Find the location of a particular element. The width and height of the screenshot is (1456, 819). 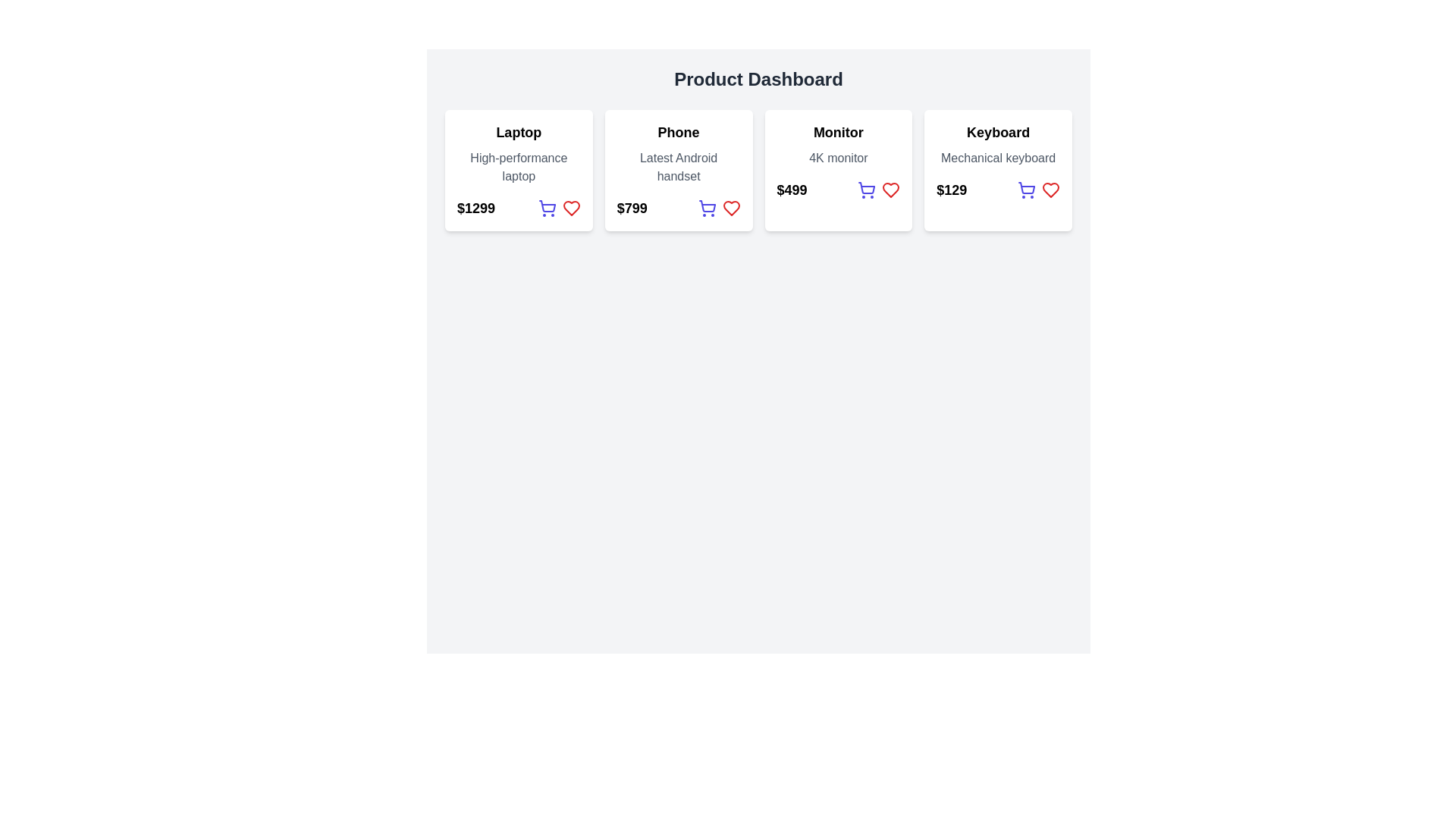

the text label that provides a brief descriptive detail about the product, located below the 'Laptop' heading in the card interface is located at coordinates (519, 167).